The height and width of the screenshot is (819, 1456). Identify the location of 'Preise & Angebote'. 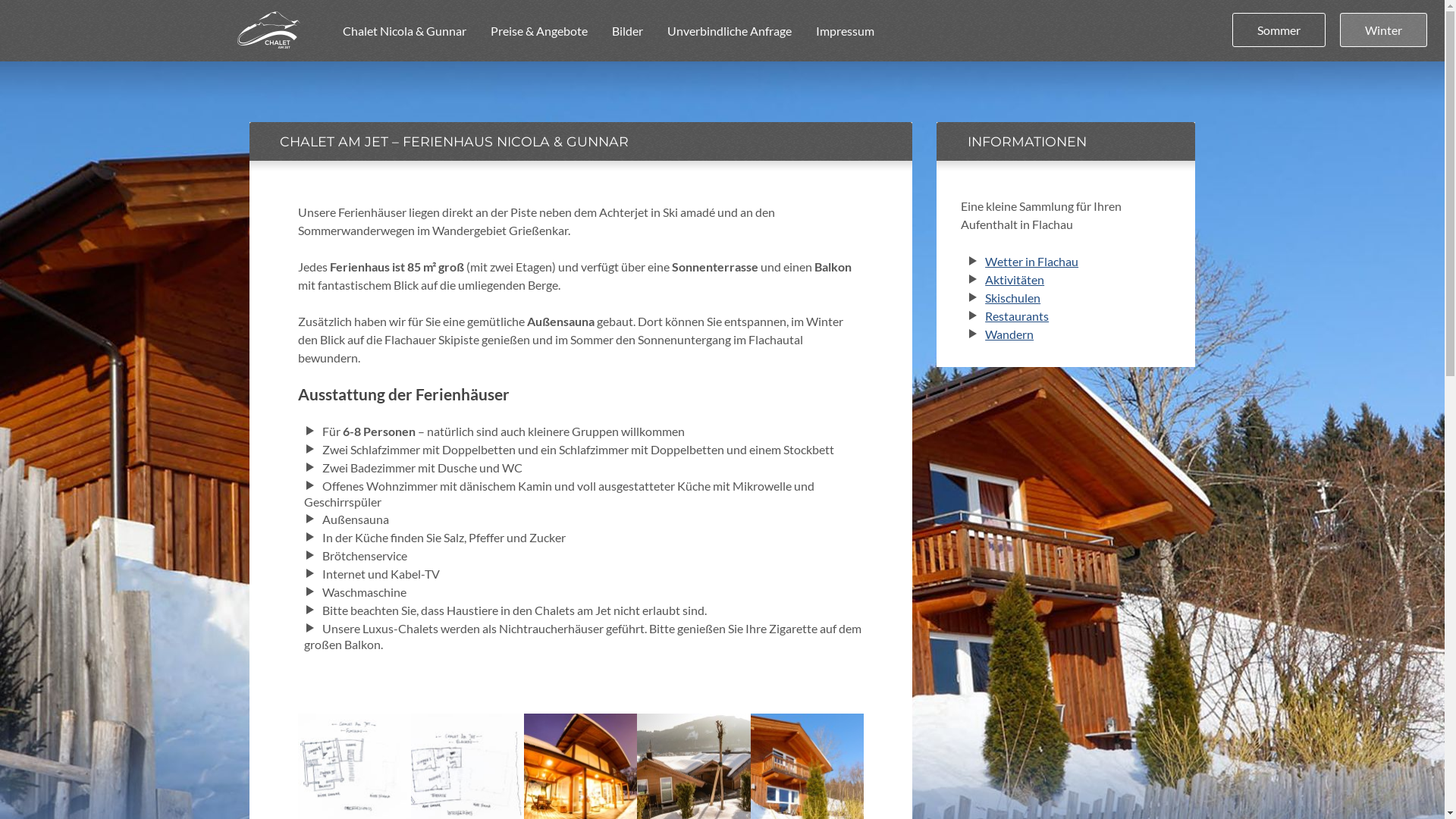
(538, 30).